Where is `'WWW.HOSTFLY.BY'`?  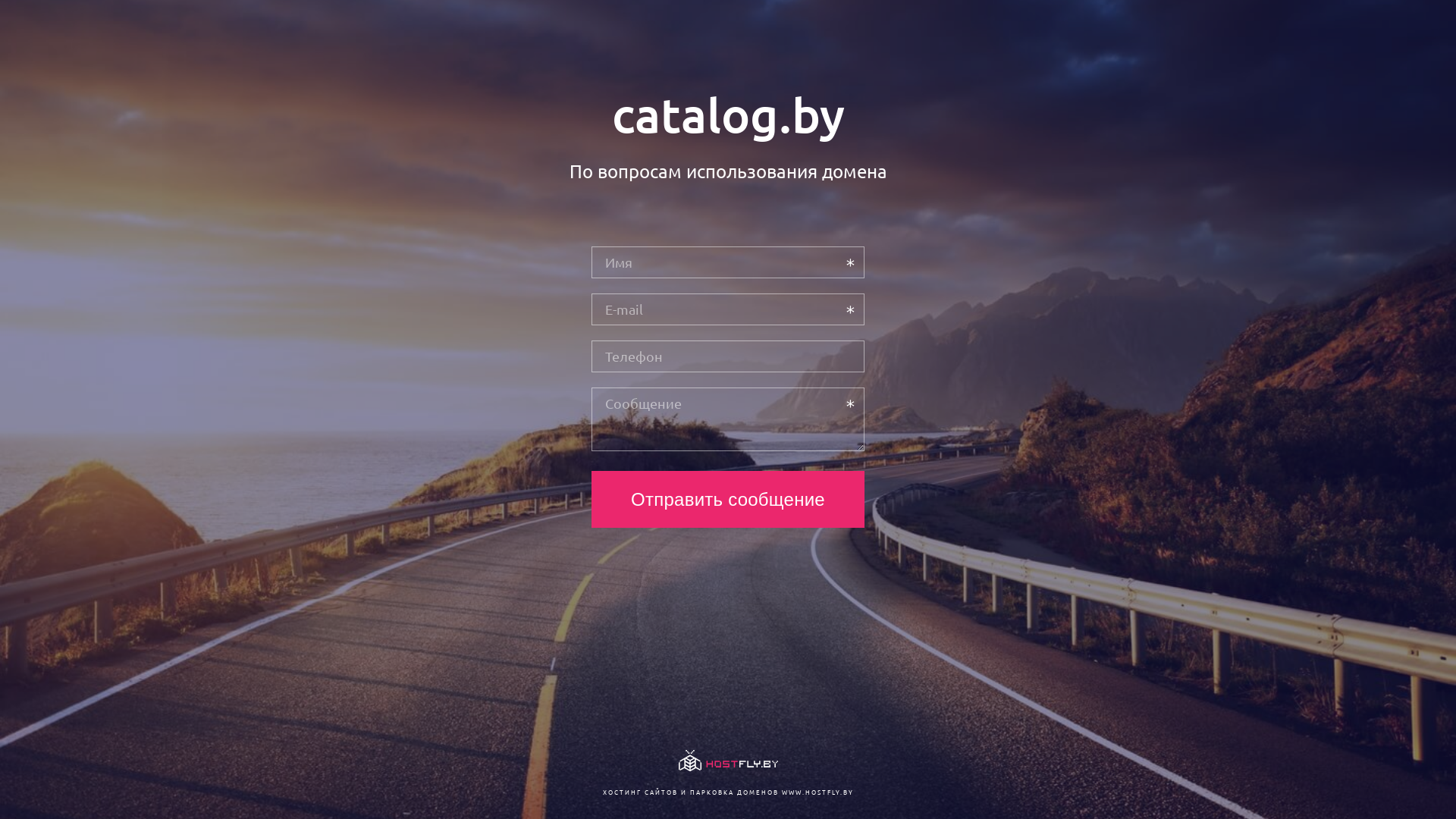 'WWW.HOSTFLY.BY' is located at coordinates (816, 791).